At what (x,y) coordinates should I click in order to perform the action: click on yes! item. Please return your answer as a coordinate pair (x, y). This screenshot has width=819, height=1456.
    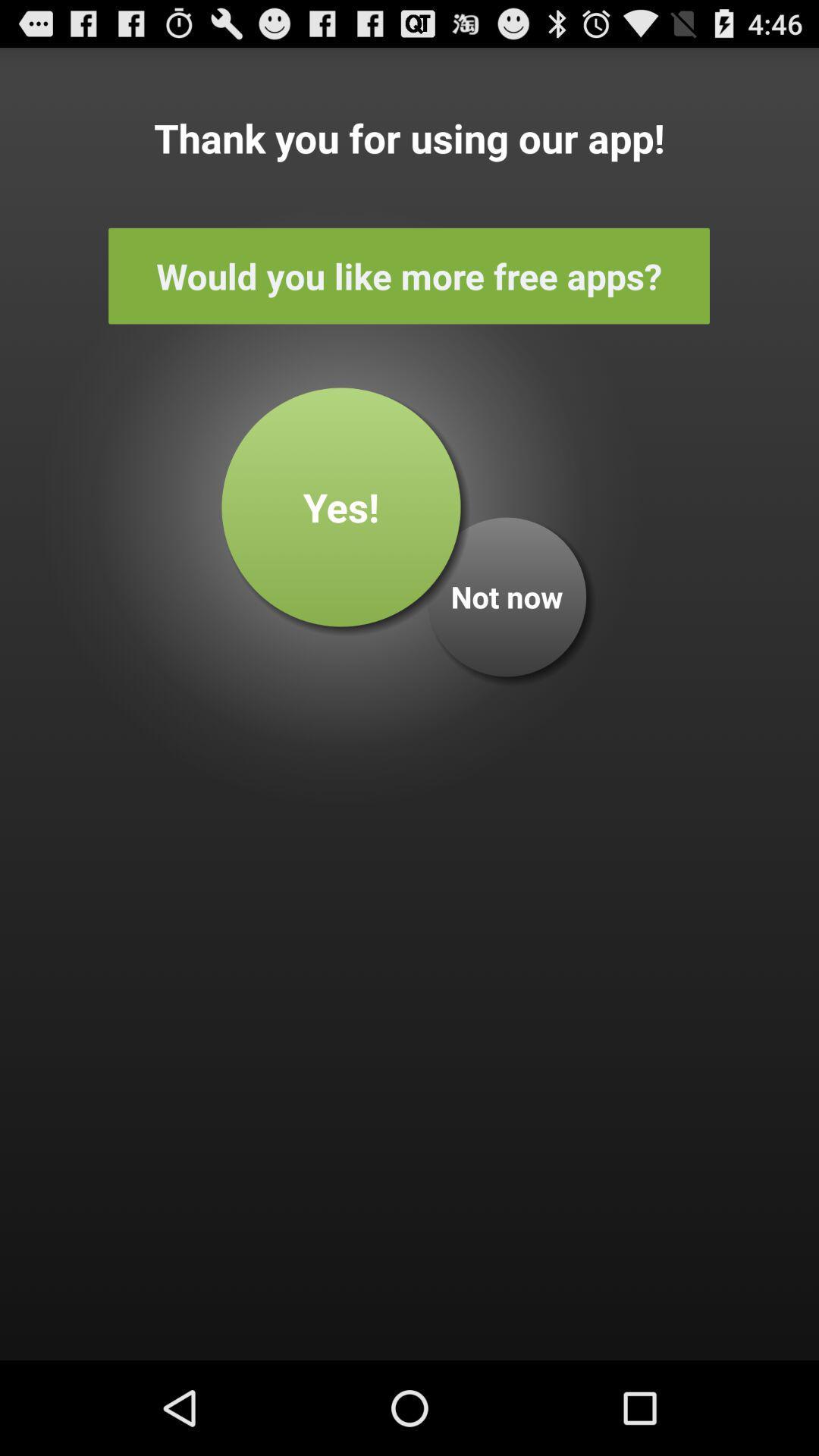
    Looking at the image, I should click on (341, 507).